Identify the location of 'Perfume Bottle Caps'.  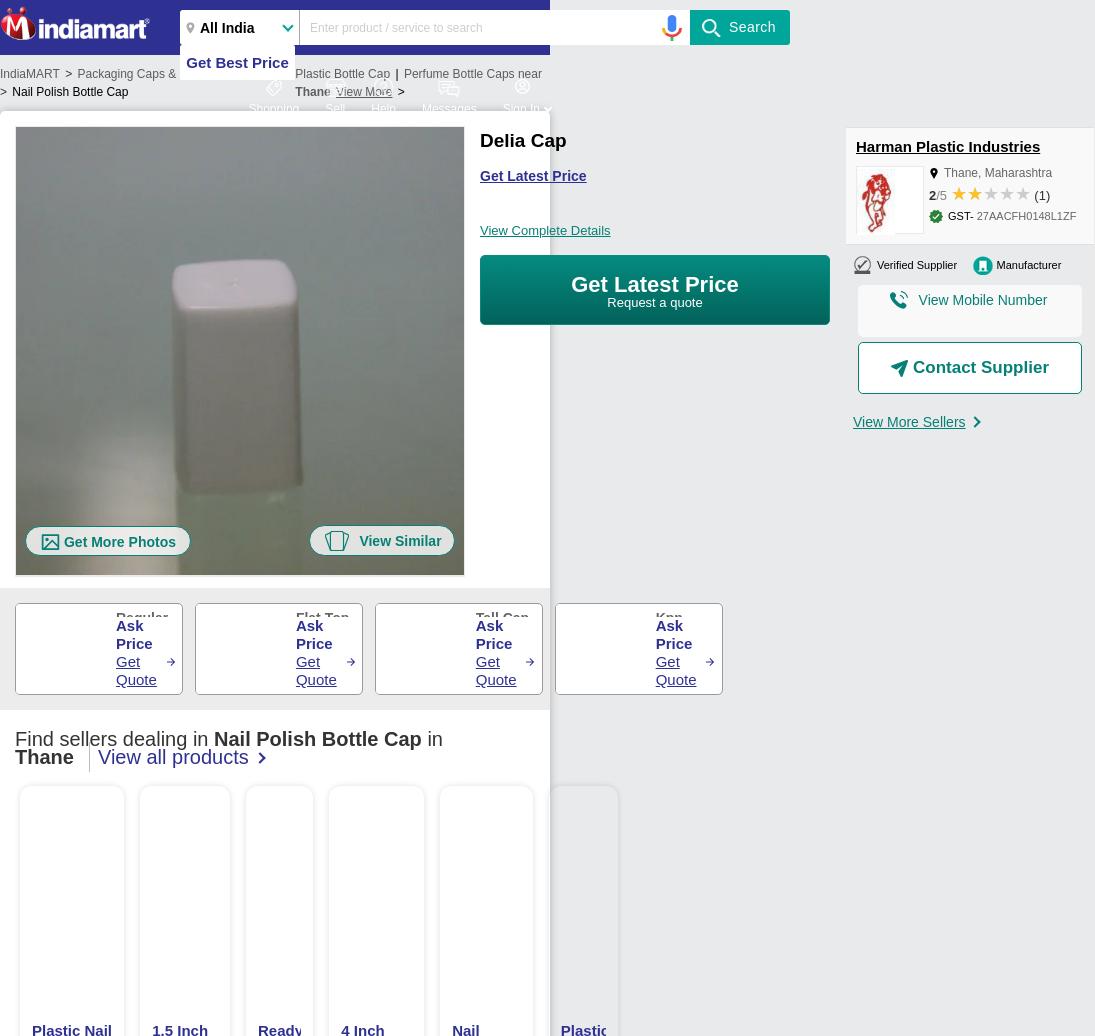
(457, 73).